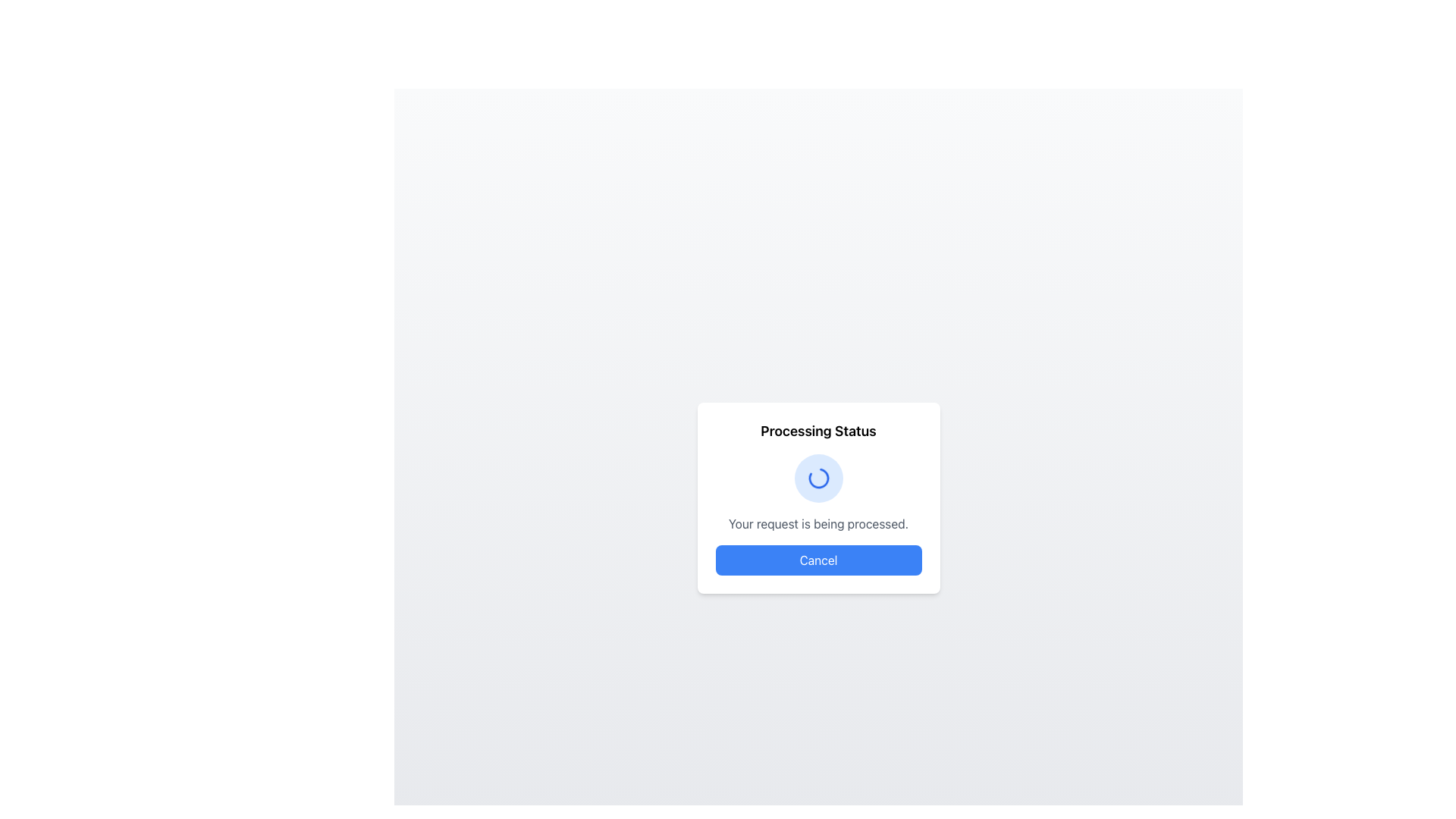 This screenshot has width=1456, height=819. What do you see at coordinates (817, 522) in the screenshot?
I see `the text label that provides feedback on the processing status, located below the title 'Processing Status' and above the 'Cancel' button in the centered card interface` at bounding box center [817, 522].